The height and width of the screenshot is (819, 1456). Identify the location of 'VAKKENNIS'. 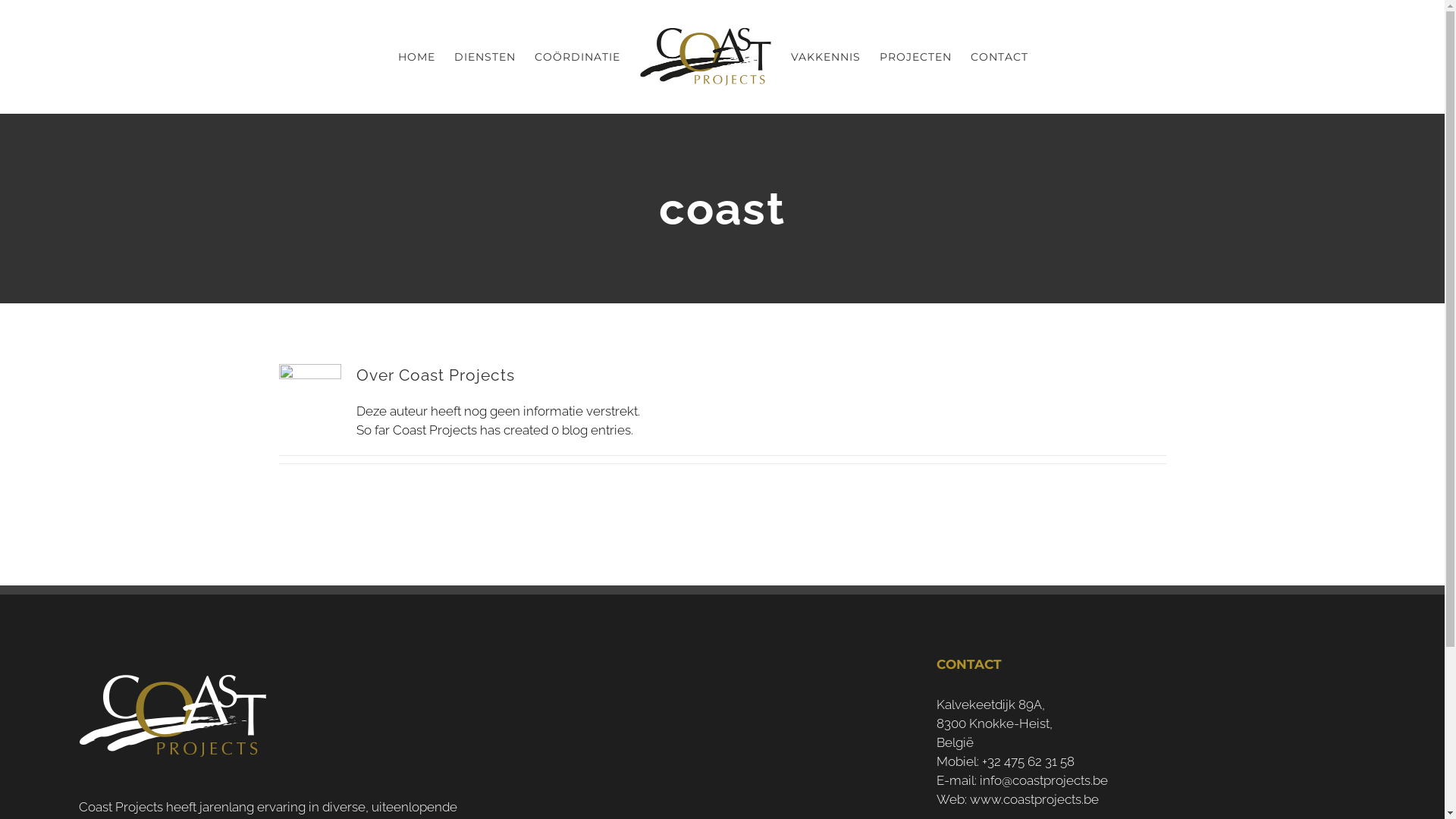
(824, 55).